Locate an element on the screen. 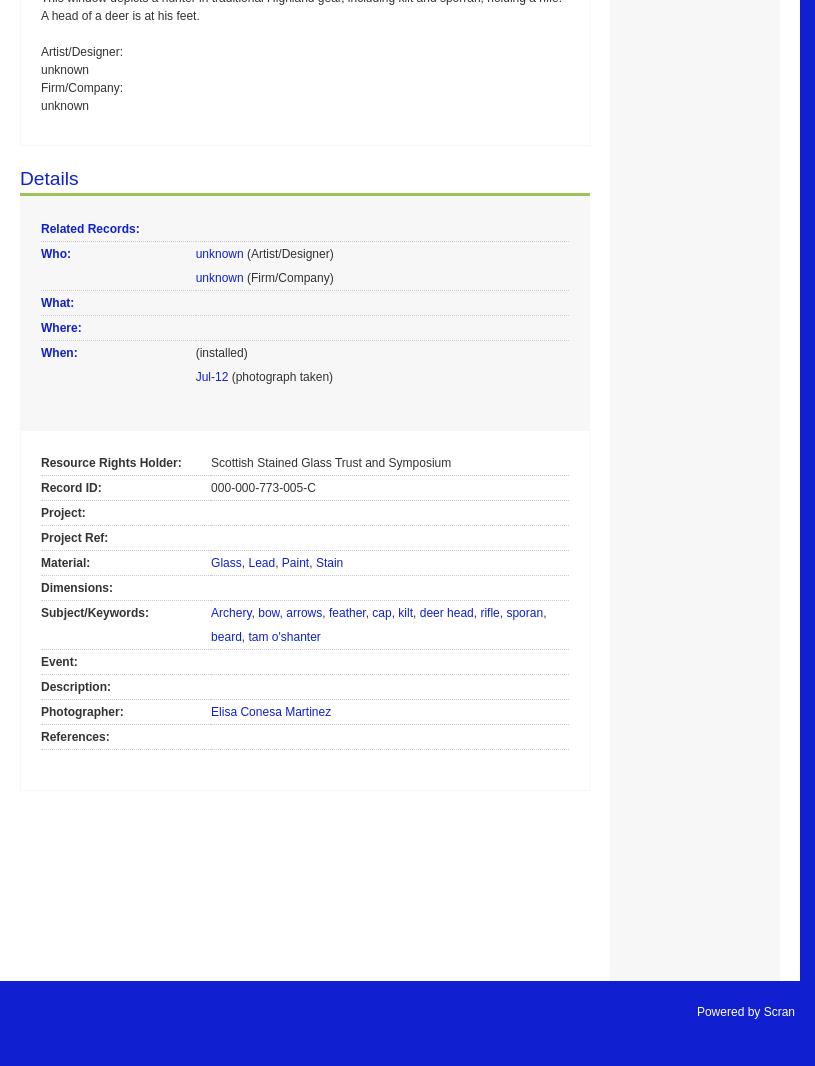 This screenshot has width=815, height=1066. '(photograph taken)' is located at coordinates (279, 375).